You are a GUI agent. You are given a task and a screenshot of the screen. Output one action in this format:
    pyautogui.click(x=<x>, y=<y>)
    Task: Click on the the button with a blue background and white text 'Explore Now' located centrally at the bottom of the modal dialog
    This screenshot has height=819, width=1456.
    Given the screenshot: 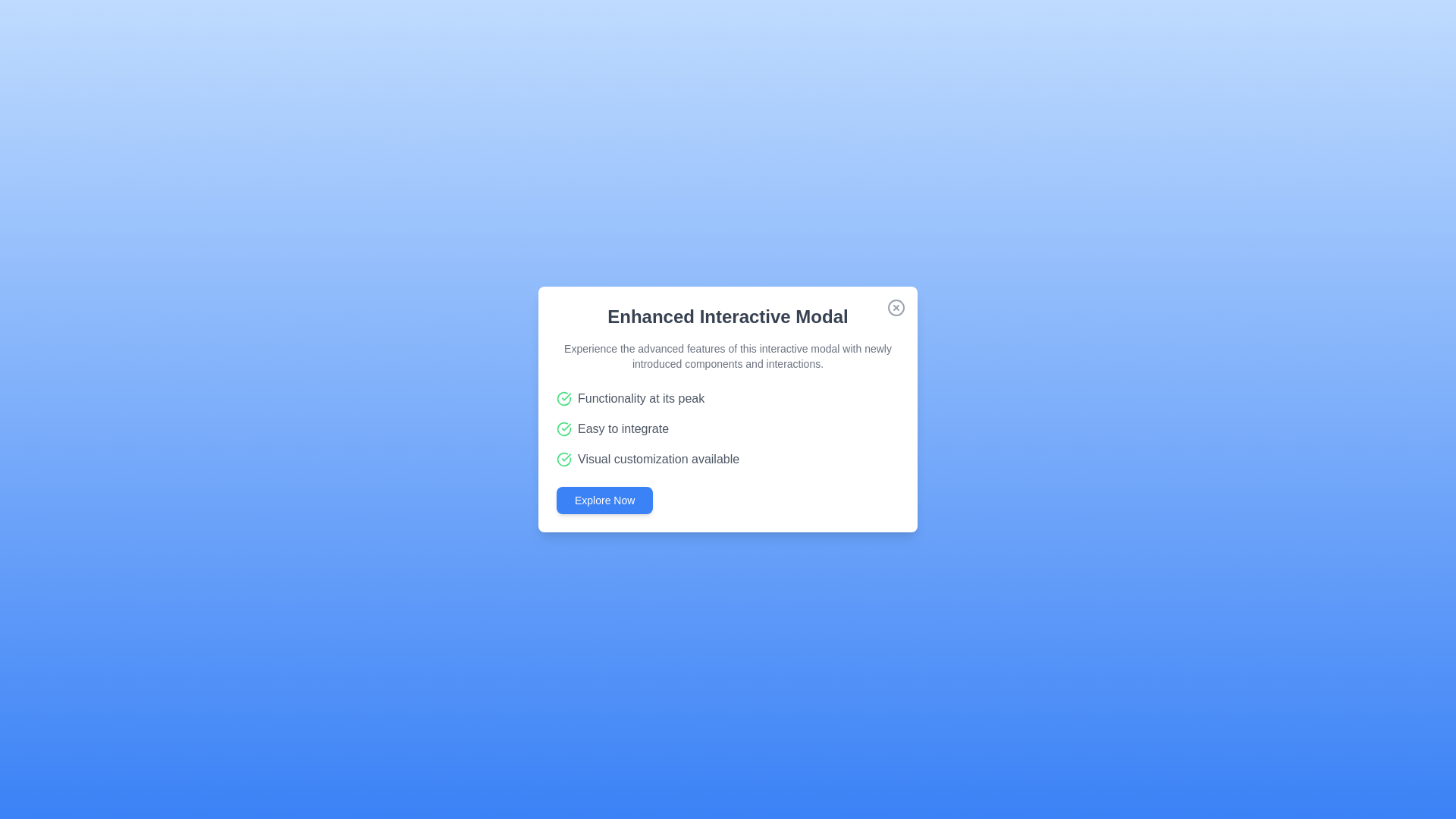 What is the action you would take?
    pyautogui.click(x=604, y=500)
    